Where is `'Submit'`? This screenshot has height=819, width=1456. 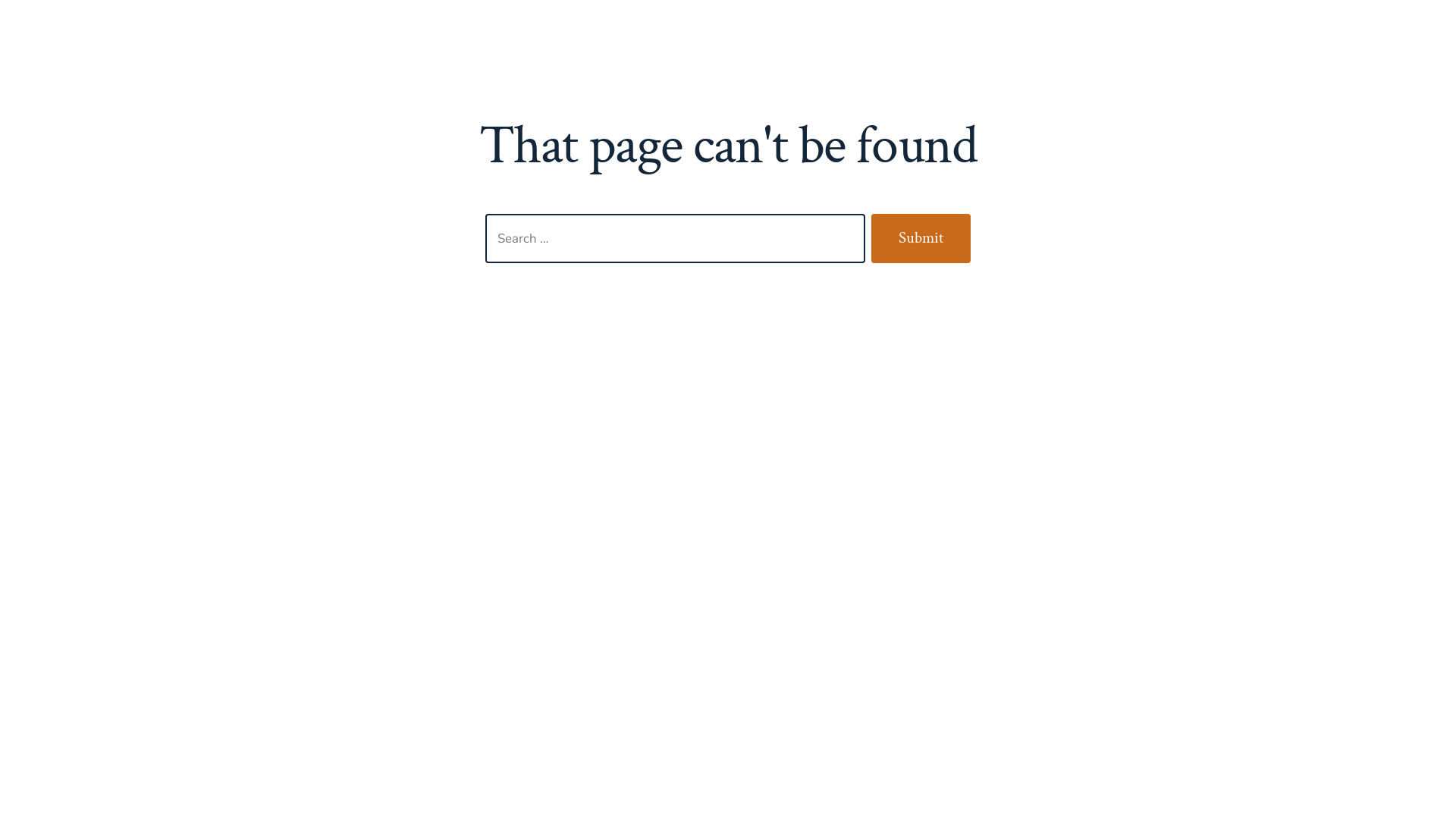 'Submit' is located at coordinates (871, 239).